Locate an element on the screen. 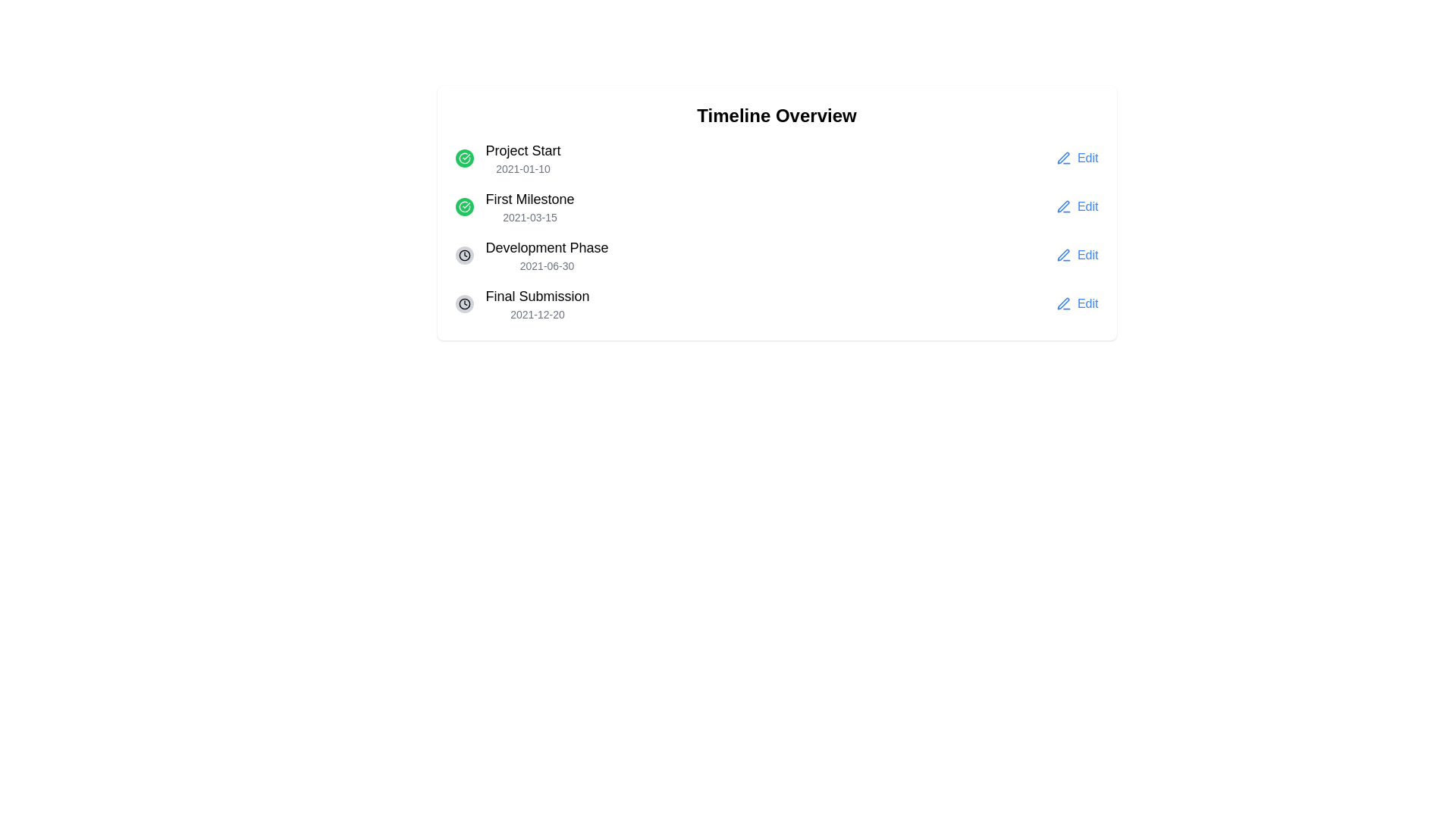 Image resolution: width=1456 pixels, height=819 pixels. text of the final submission milestone in the project timeline, which is displayed below the 'Development Phase' entry in the list on the left-hand side of the interface under the header 'Timeline Overview' is located at coordinates (538, 304).